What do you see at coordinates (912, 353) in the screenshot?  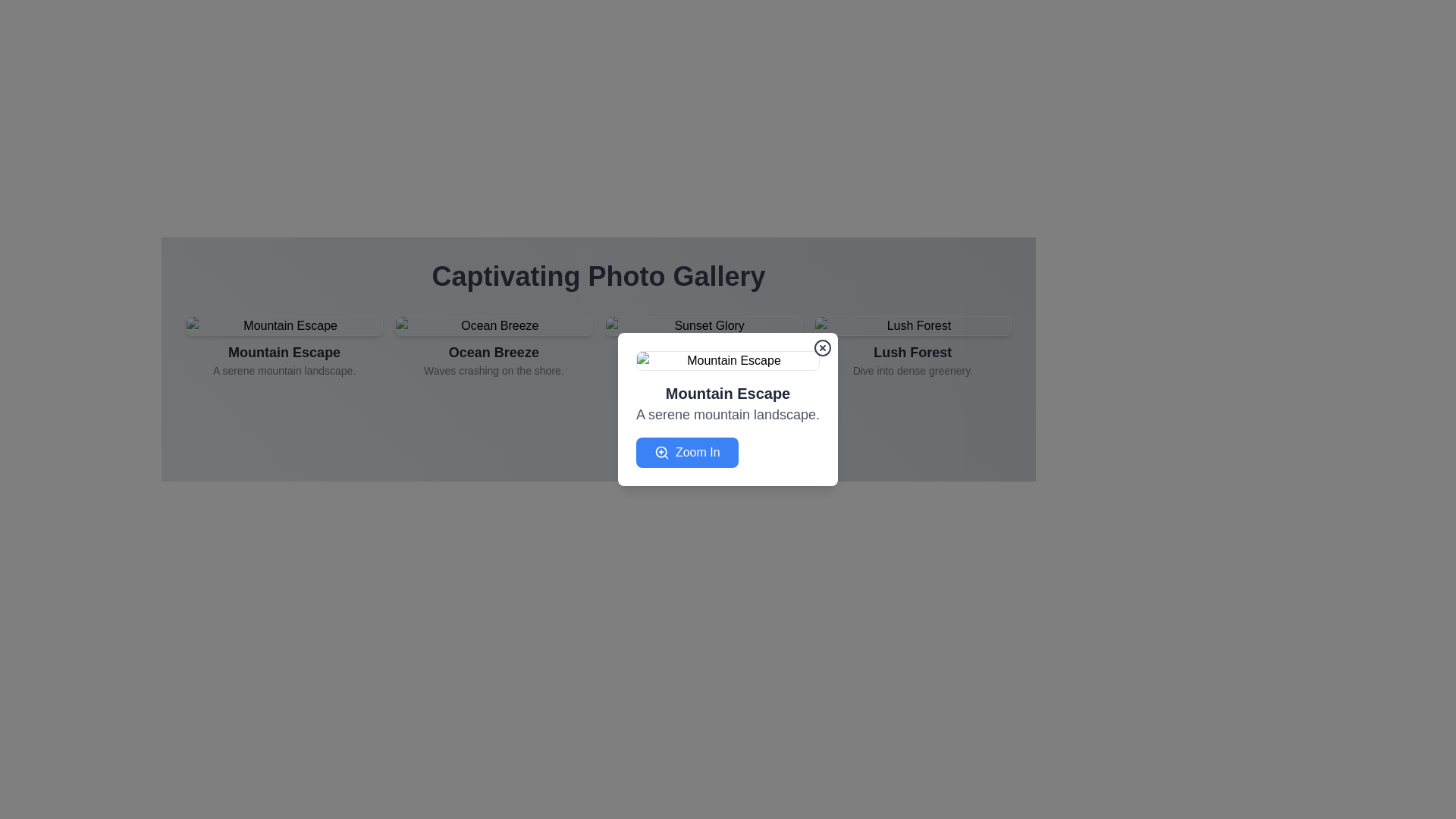 I see `the 'Lush Forest' text label, which is styled in bold typography and located above the subtitle 'Dive into dense greenery'` at bounding box center [912, 353].